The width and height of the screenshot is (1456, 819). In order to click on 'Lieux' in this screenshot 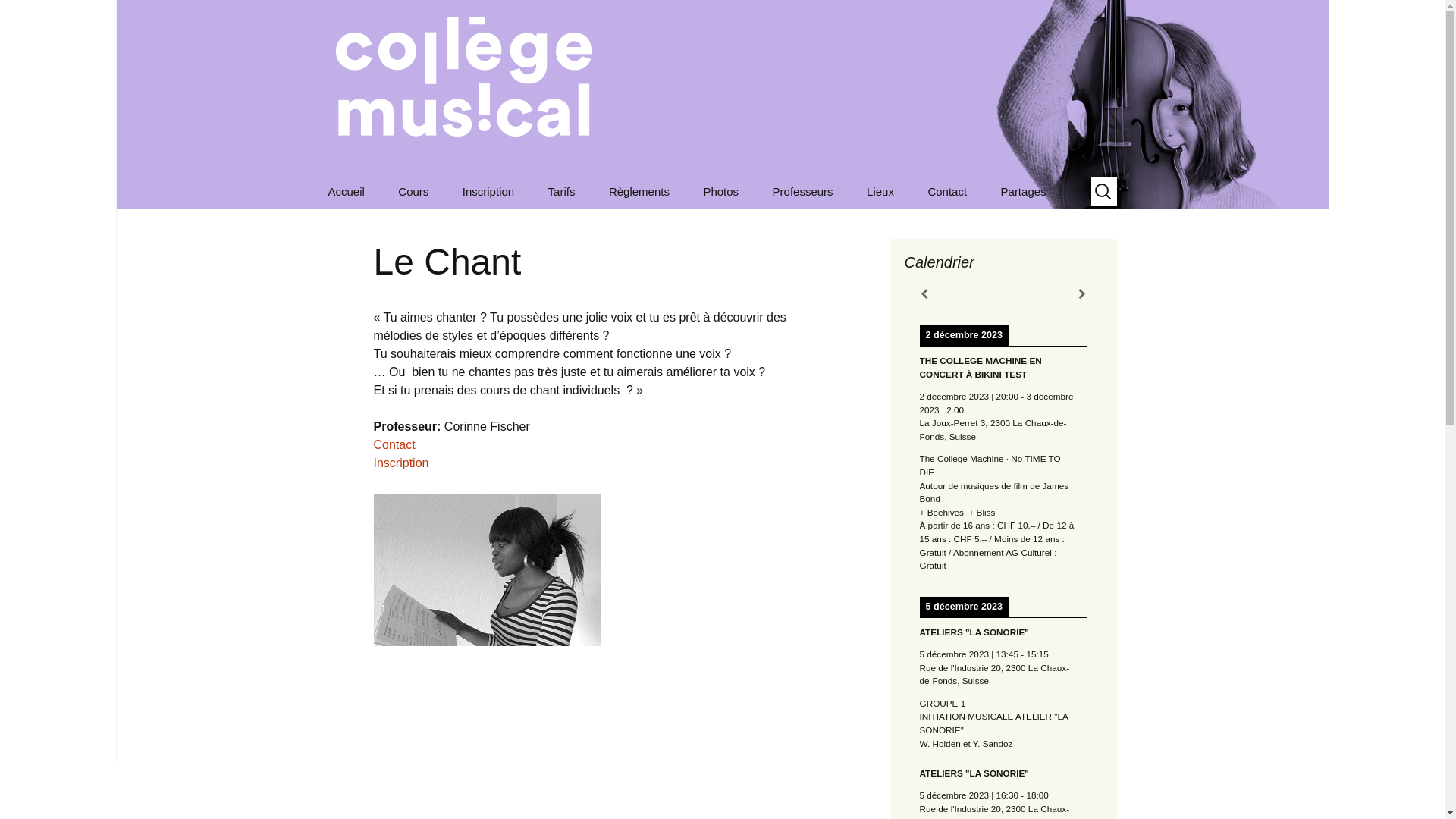, I will do `click(880, 190)`.